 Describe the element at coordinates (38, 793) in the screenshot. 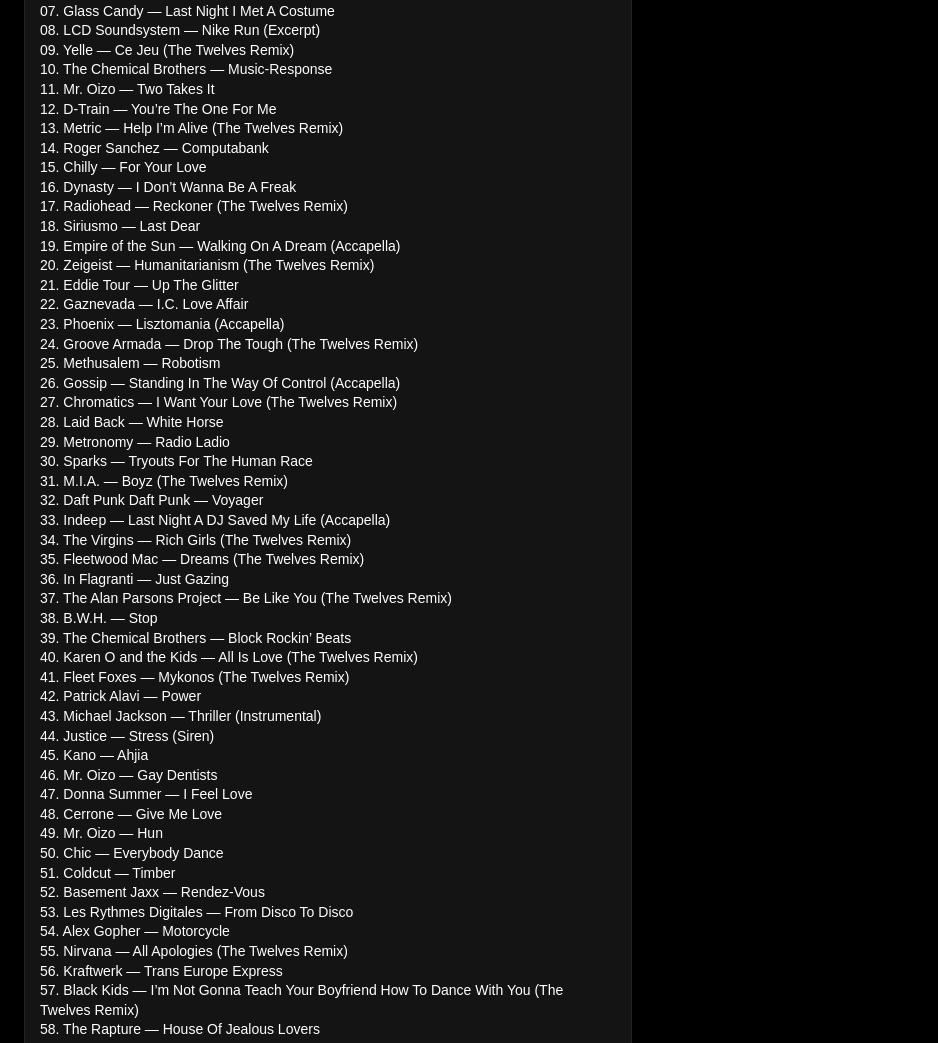

I see `'47. Donna Summer — I Feel Love'` at that location.